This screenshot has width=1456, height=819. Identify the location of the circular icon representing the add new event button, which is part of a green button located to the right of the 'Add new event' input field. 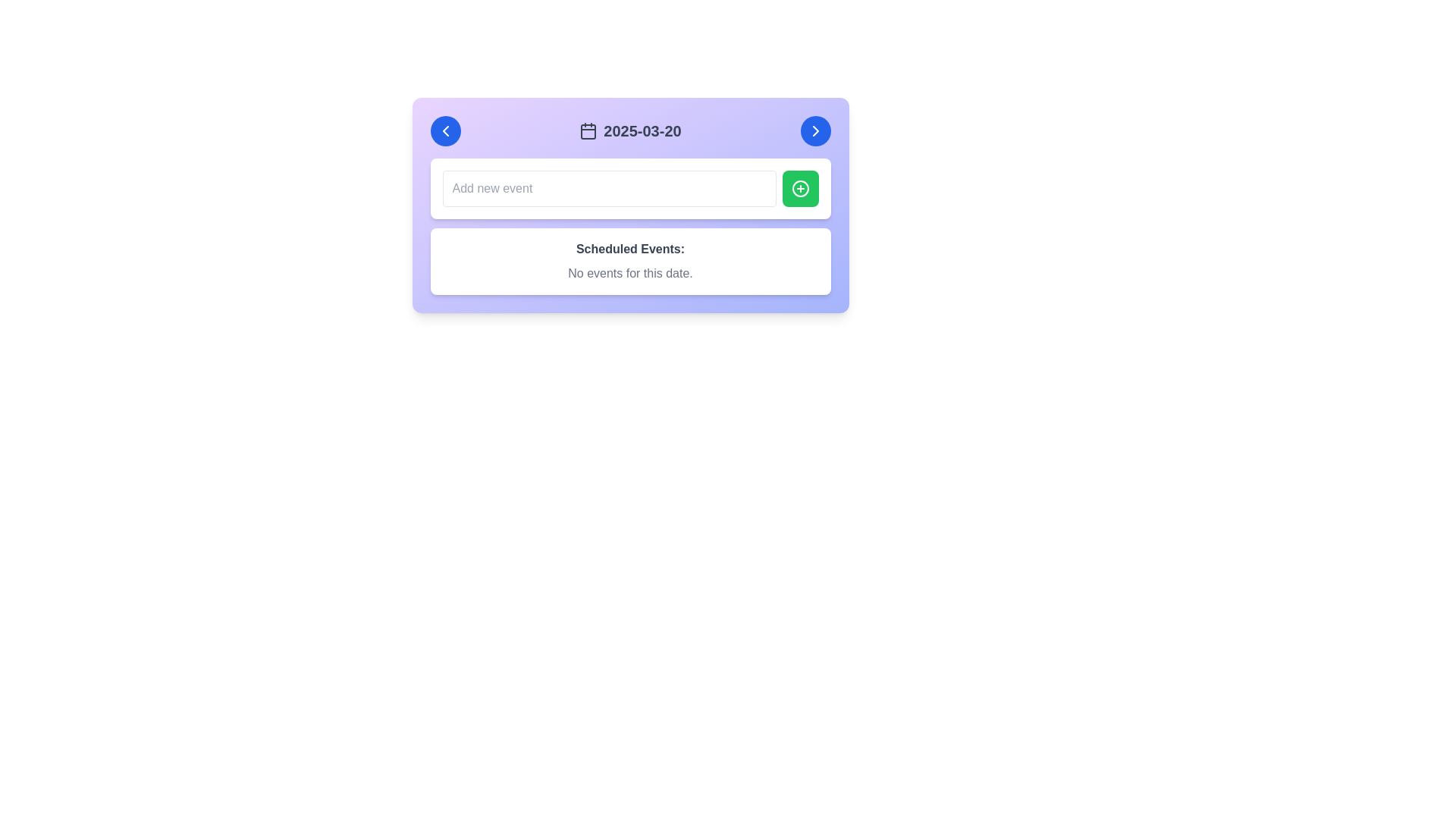
(799, 188).